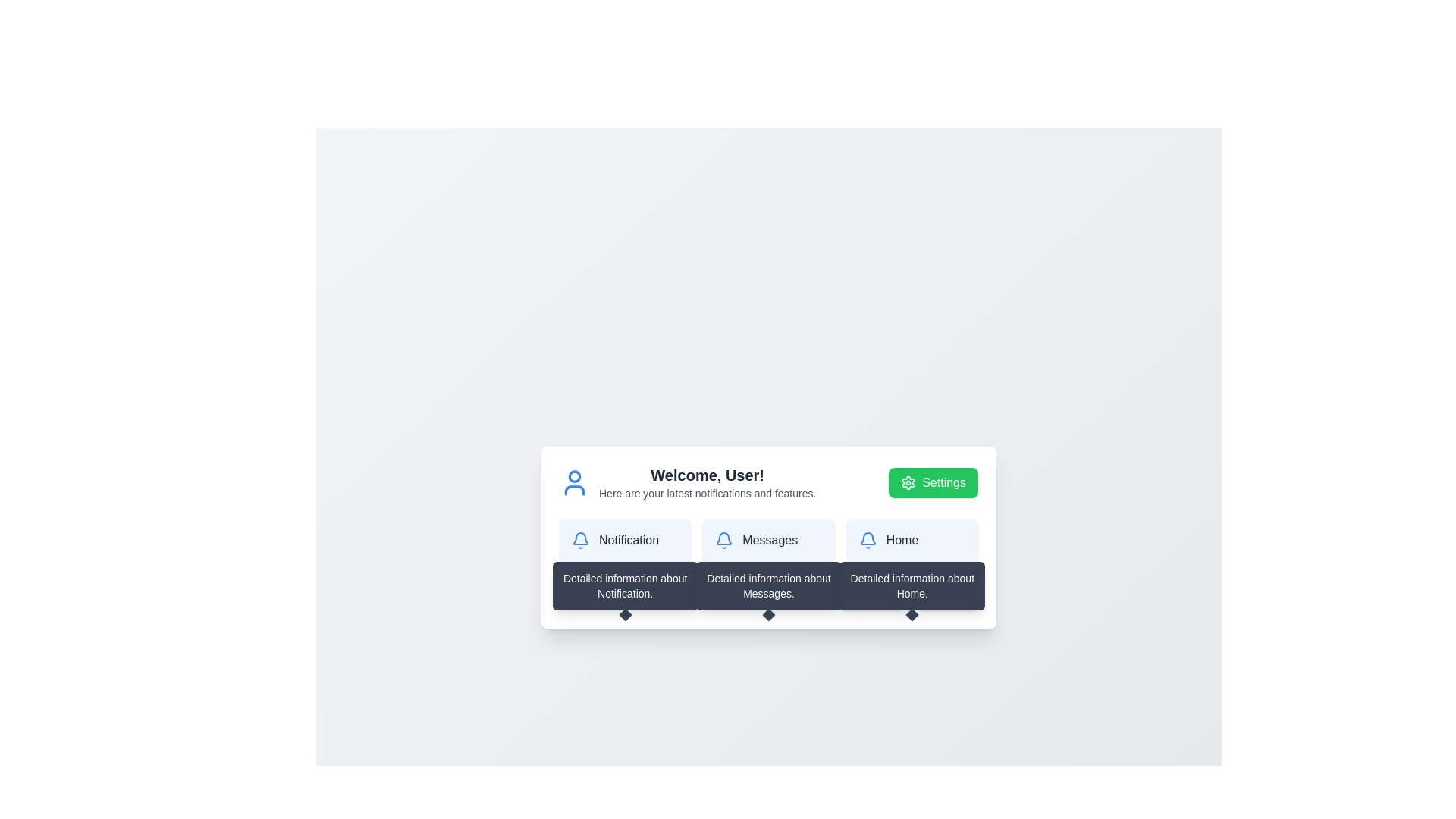  I want to click on the 'Notification' Button card located in the top-left of the first column in the three-column grid layout, adjacent to 'Messages' and 'Home', so click(625, 540).